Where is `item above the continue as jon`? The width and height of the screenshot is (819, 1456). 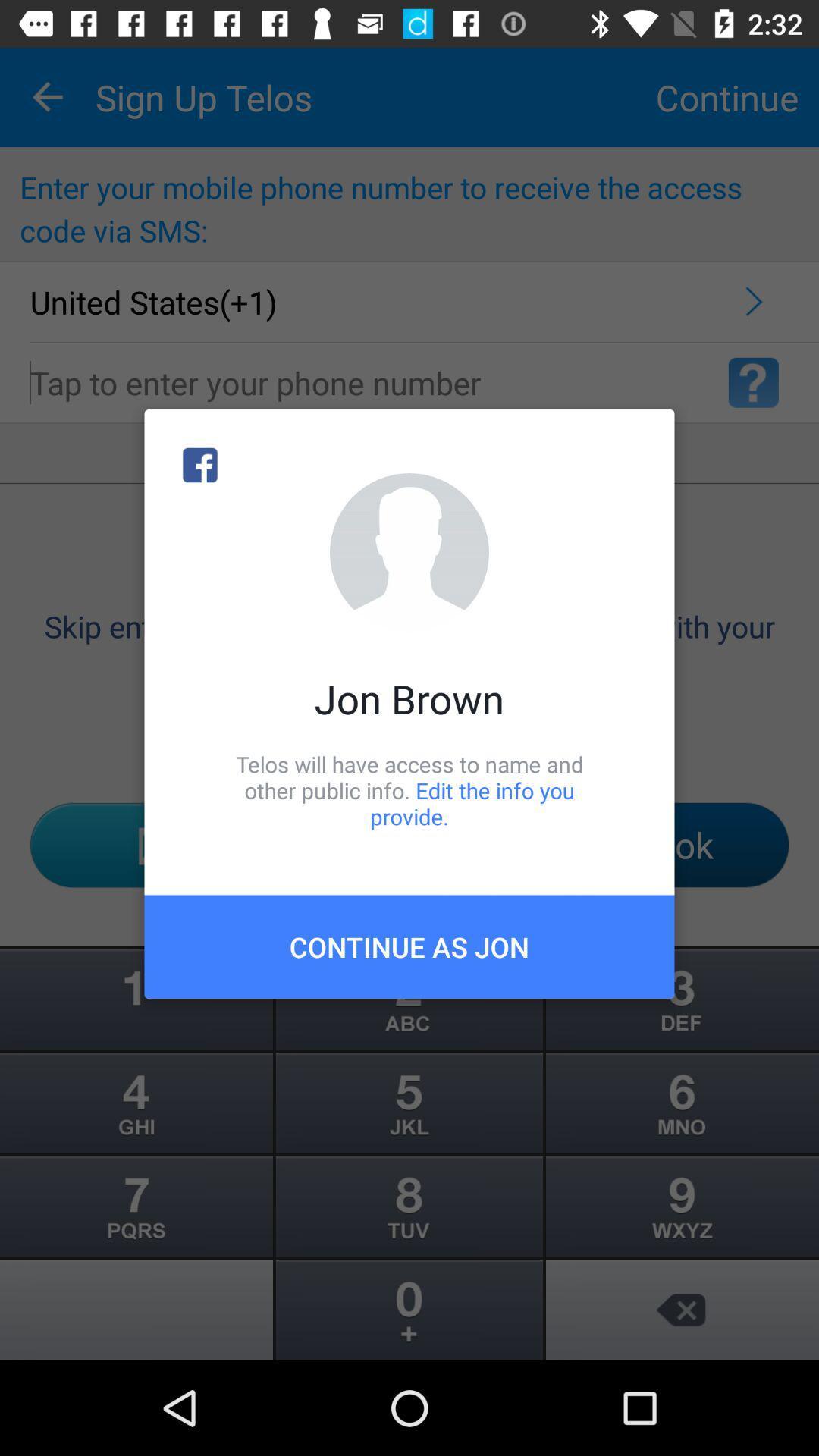 item above the continue as jon is located at coordinates (409, 789).